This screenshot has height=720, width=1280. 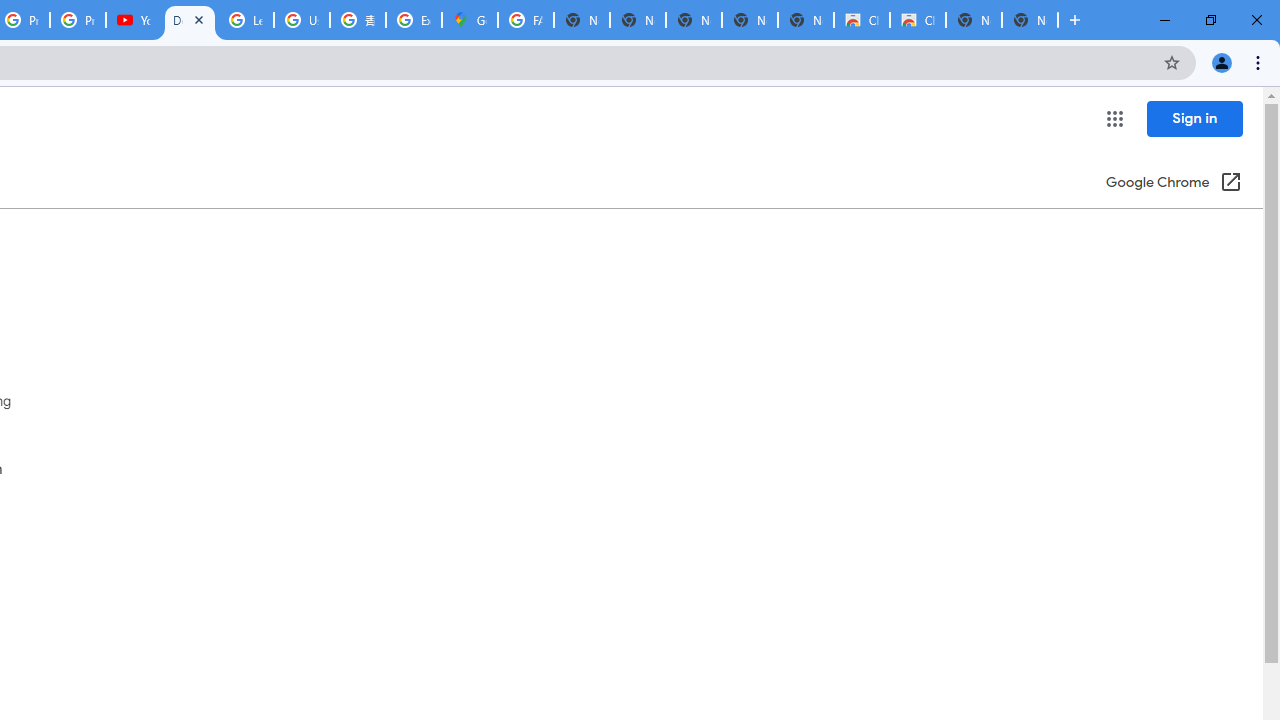 I want to click on 'YouTube', so click(x=133, y=20).